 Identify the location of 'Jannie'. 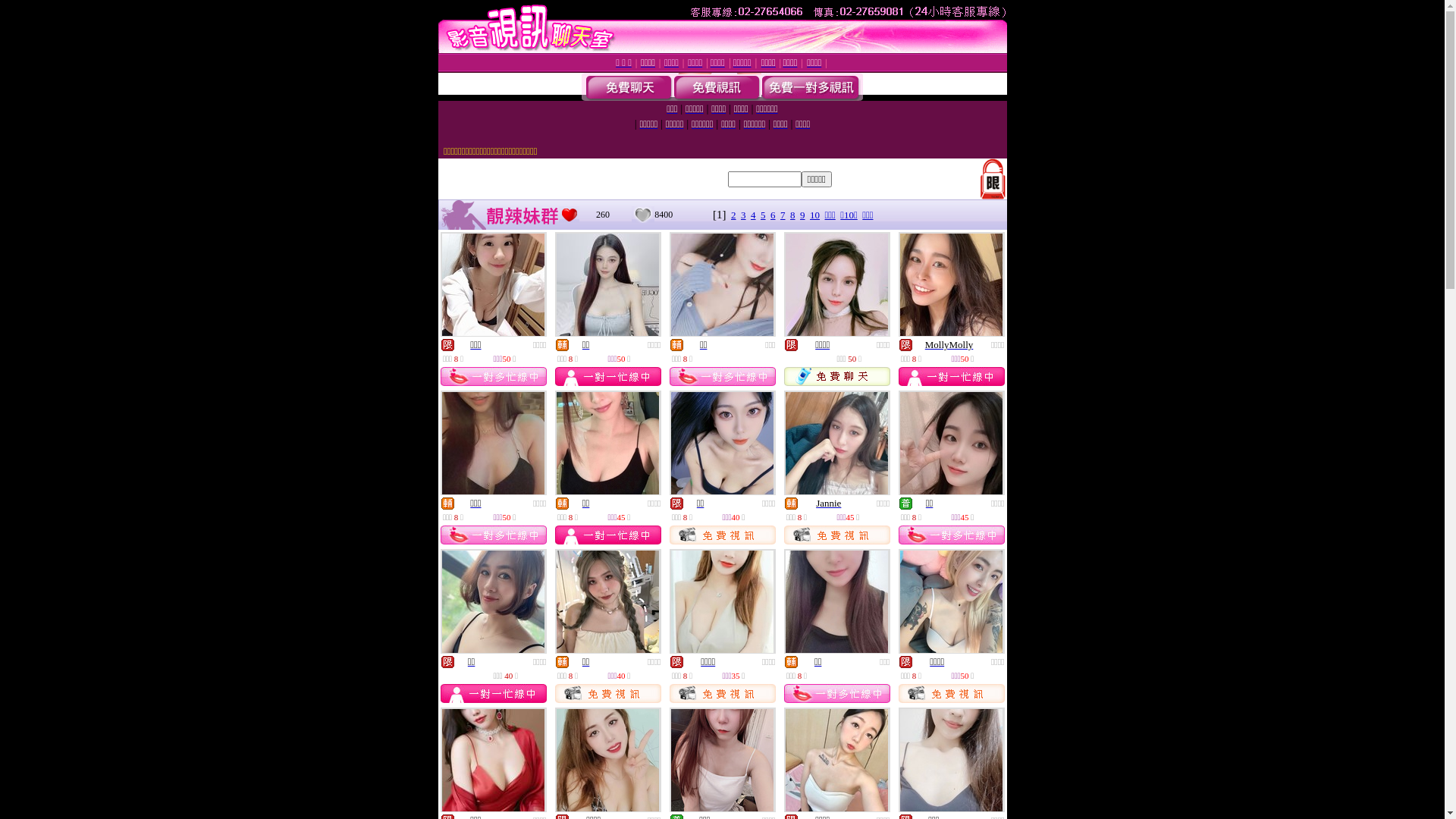
(827, 503).